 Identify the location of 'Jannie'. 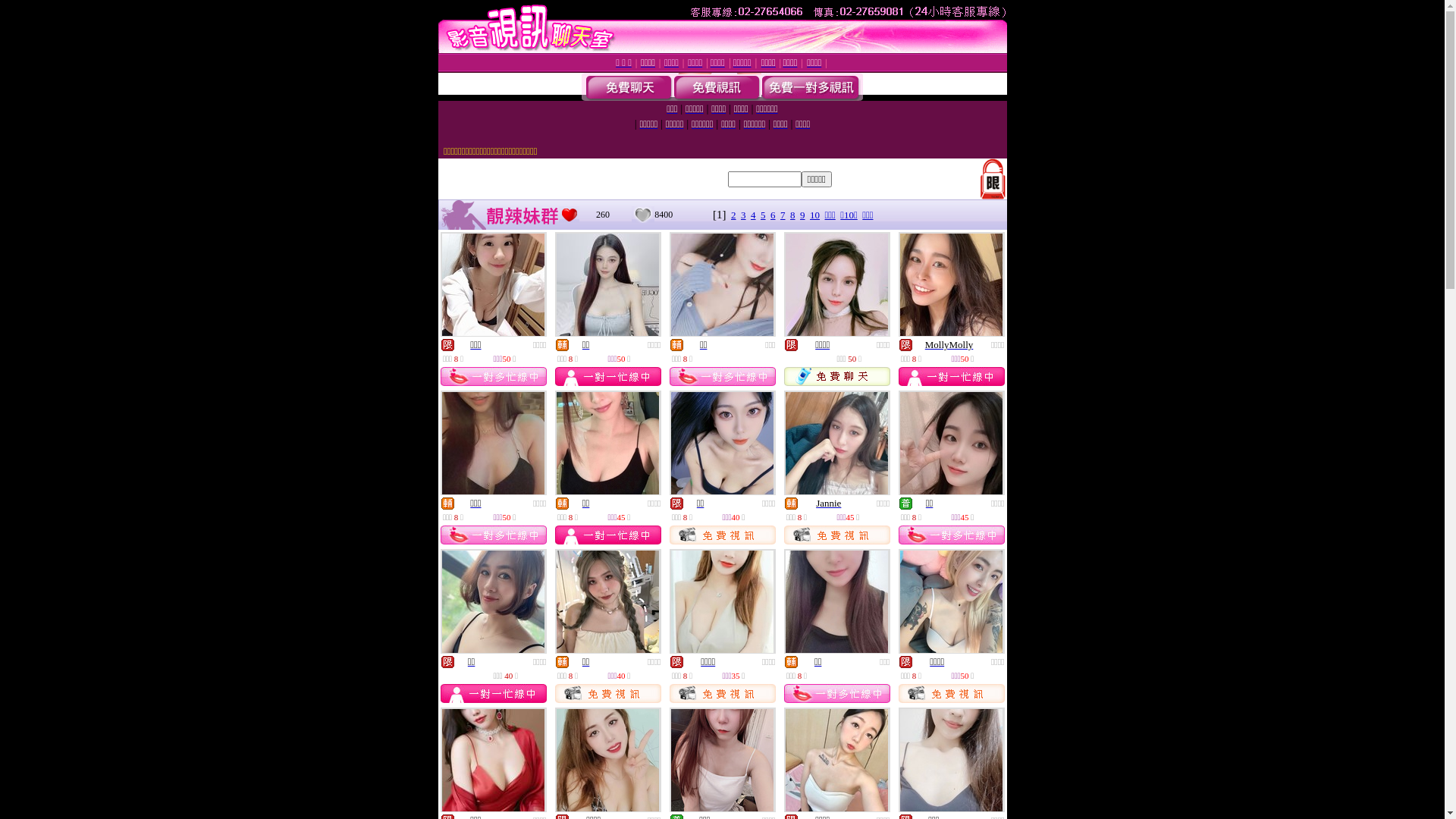
(827, 503).